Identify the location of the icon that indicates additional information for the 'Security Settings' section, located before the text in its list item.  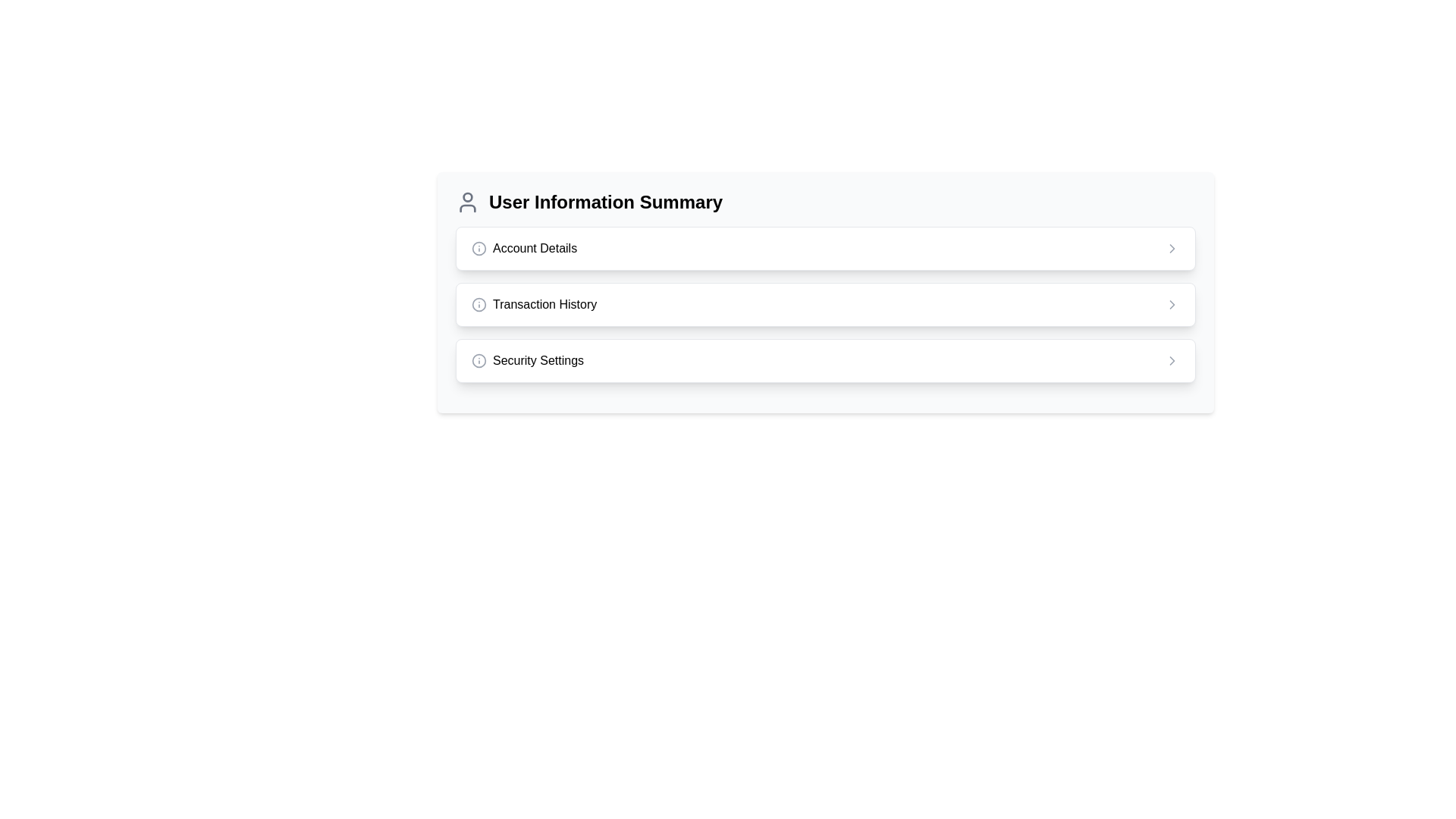
(479, 360).